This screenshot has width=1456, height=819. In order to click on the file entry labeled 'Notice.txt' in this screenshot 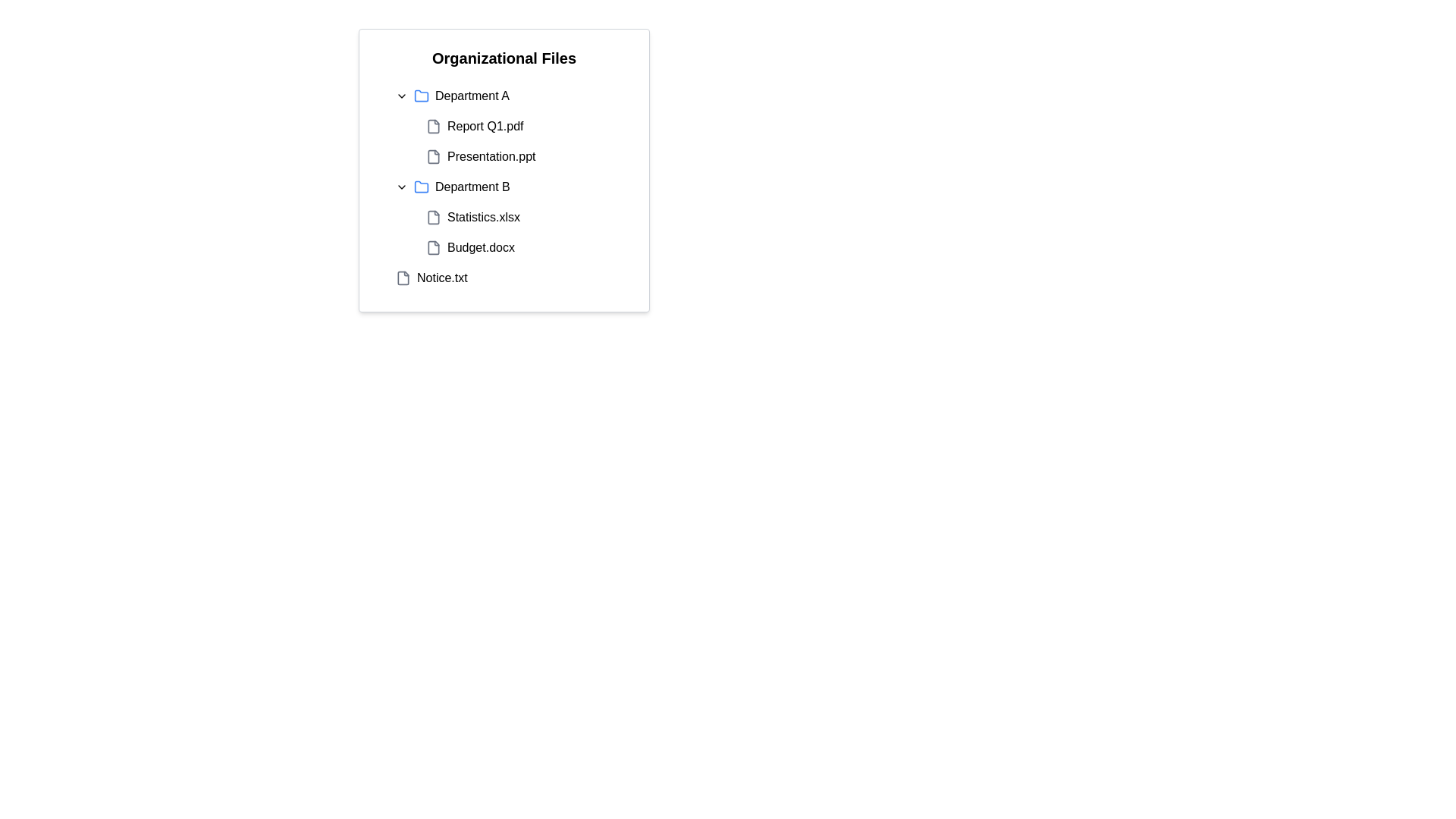, I will do `click(441, 278)`.